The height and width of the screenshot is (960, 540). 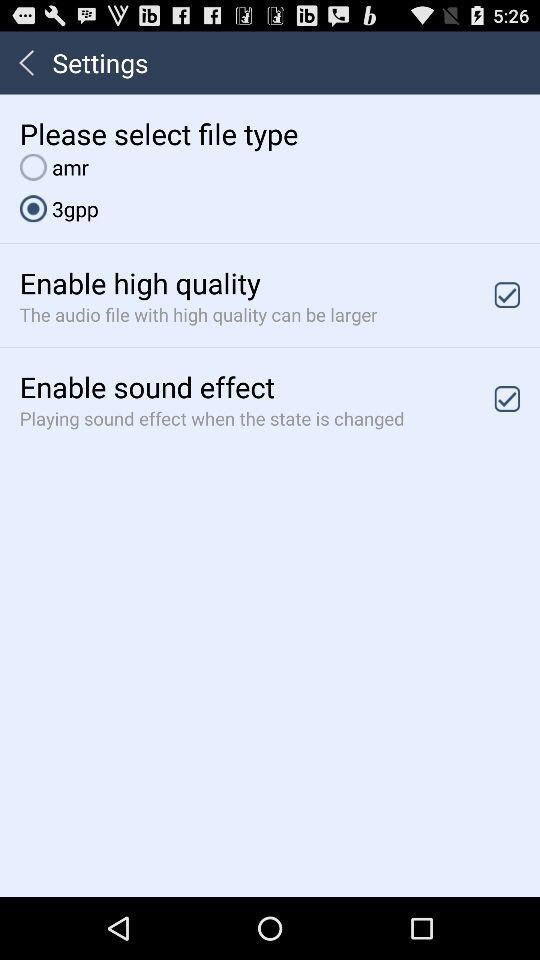 What do you see at coordinates (25, 62) in the screenshot?
I see `previous page` at bounding box center [25, 62].